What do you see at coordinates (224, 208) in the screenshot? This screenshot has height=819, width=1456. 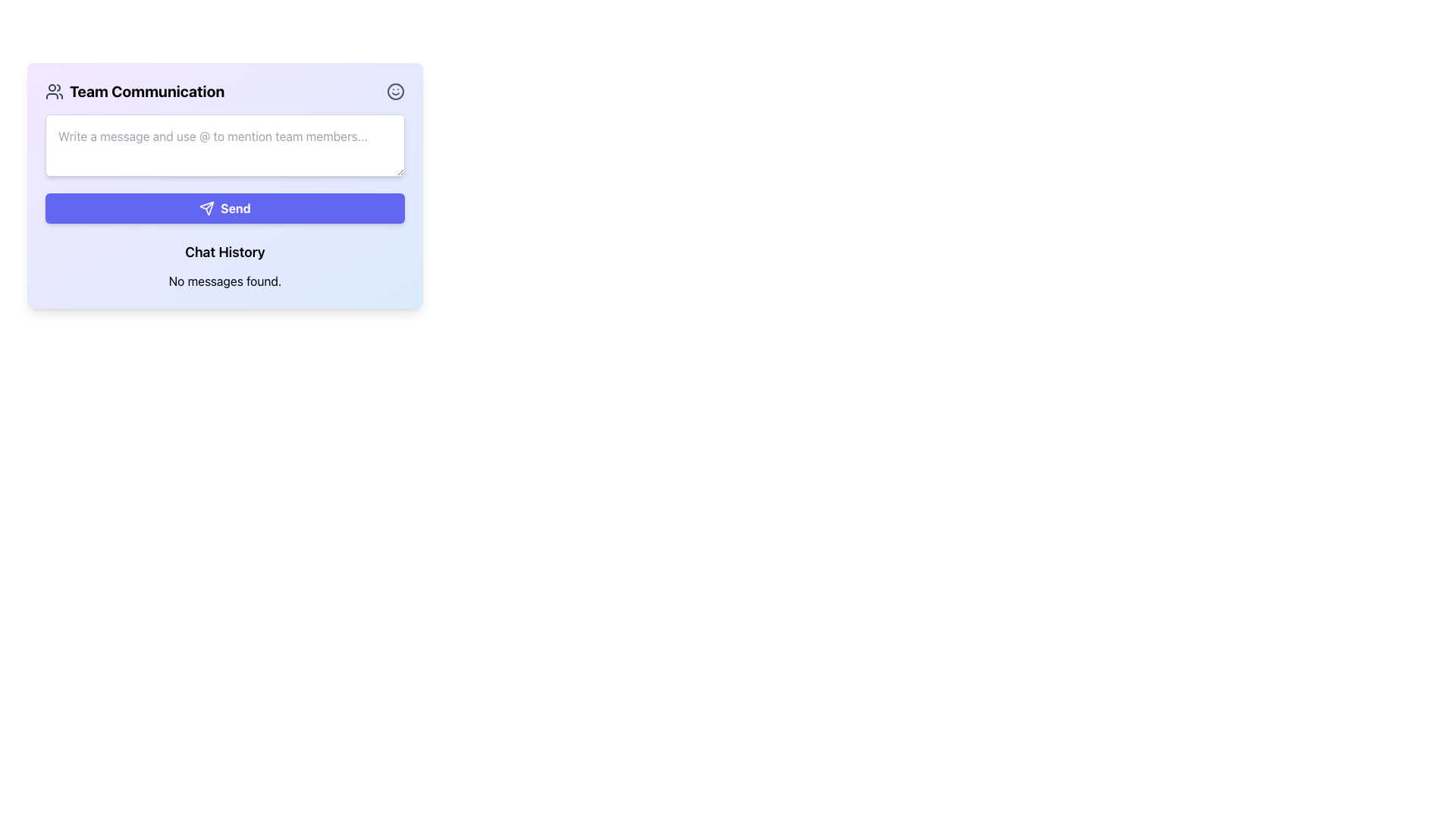 I see `the 'Send' button, which has a blue background, white text, and a paper plane icon, located below the input field for writing messages` at bounding box center [224, 208].